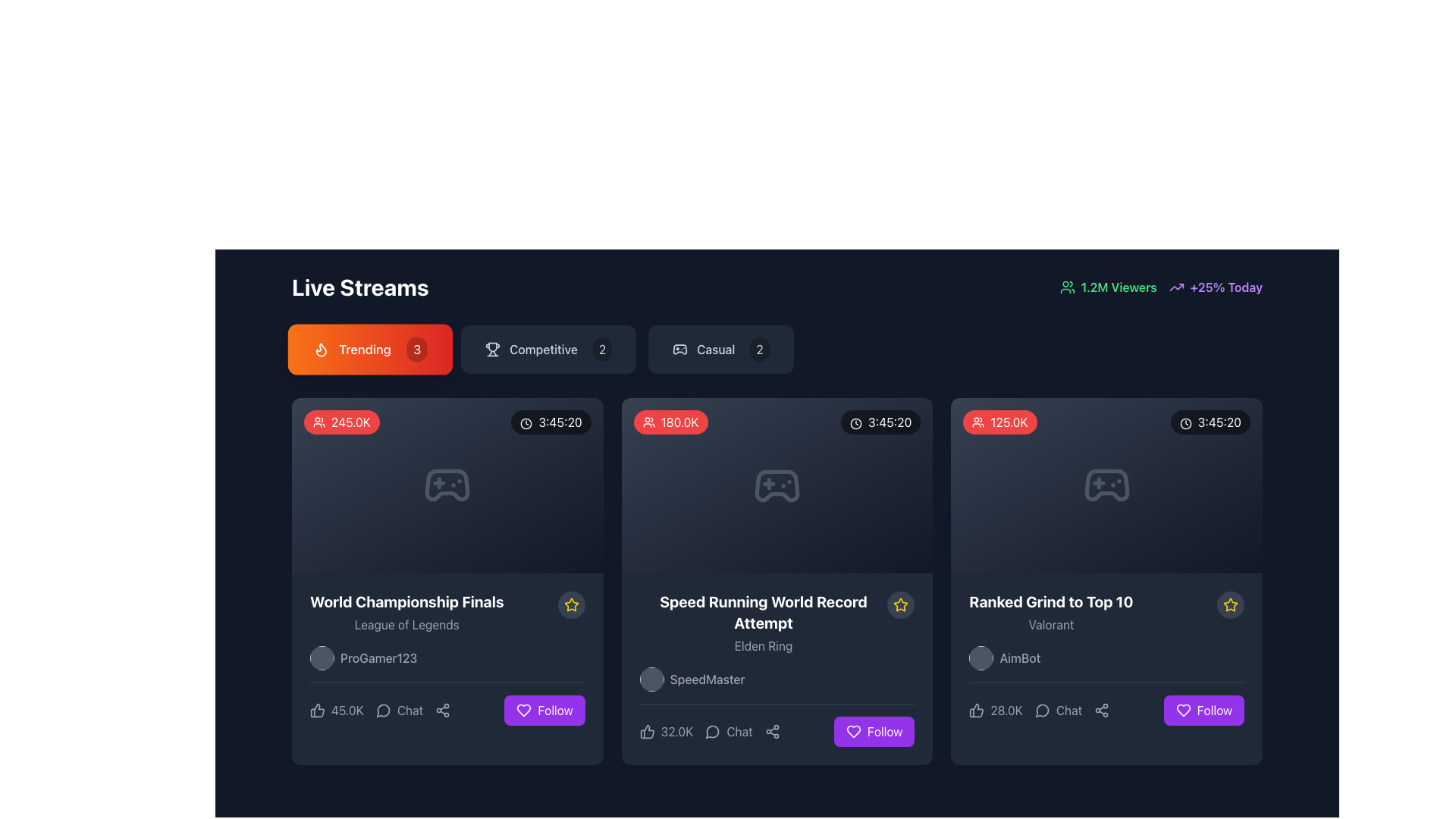 The height and width of the screenshot is (819, 1456). I want to click on the circular outline SVG graphic component that indicates a clock or timer, located above the time label '3:45:20' in the second card of the middle row, so click(855, 423).